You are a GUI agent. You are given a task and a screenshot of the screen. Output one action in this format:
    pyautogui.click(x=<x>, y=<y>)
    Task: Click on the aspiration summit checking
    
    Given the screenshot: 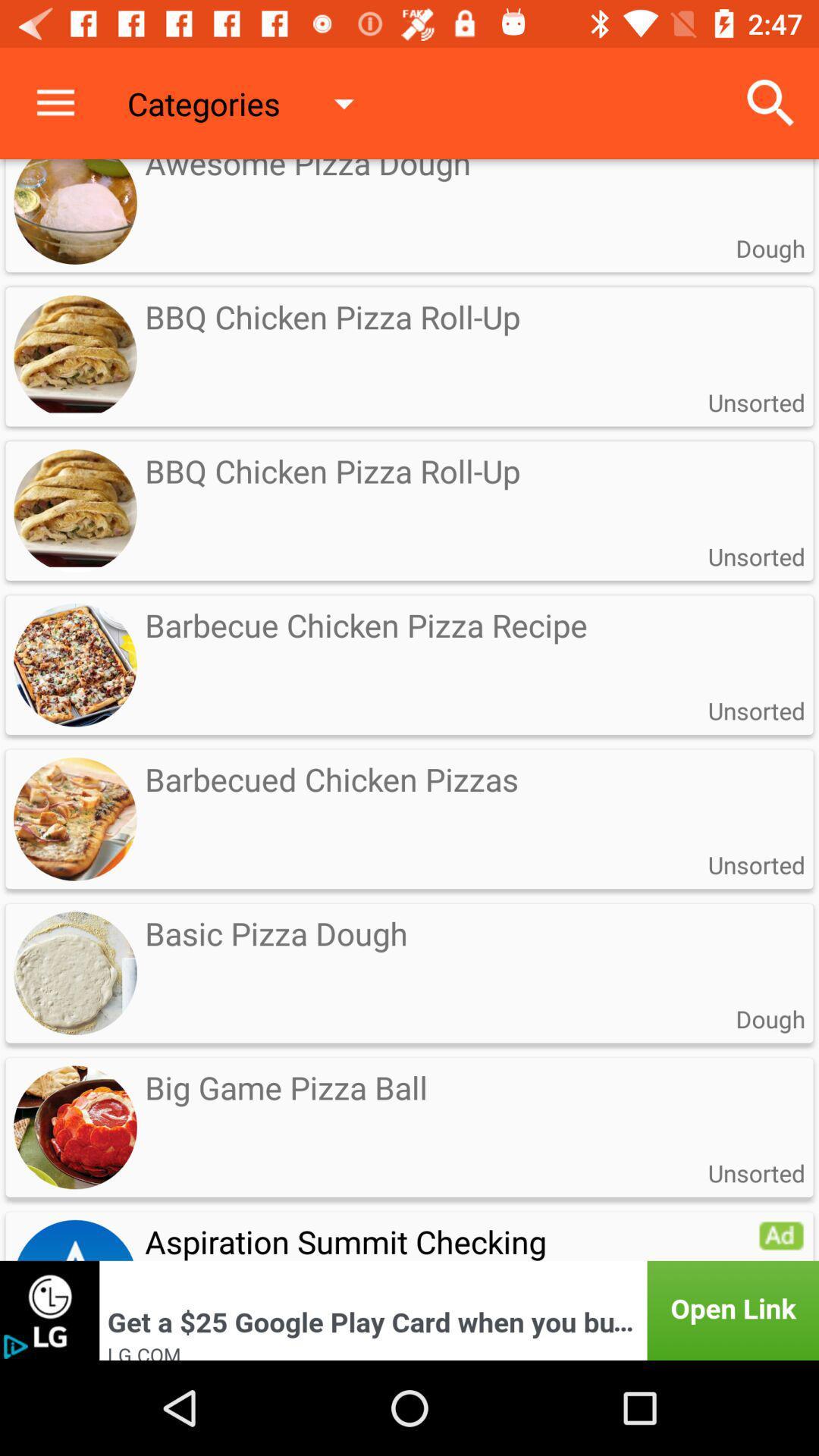 What is the action you would take?
    pyautogui.click(x=409, y=1234)
    